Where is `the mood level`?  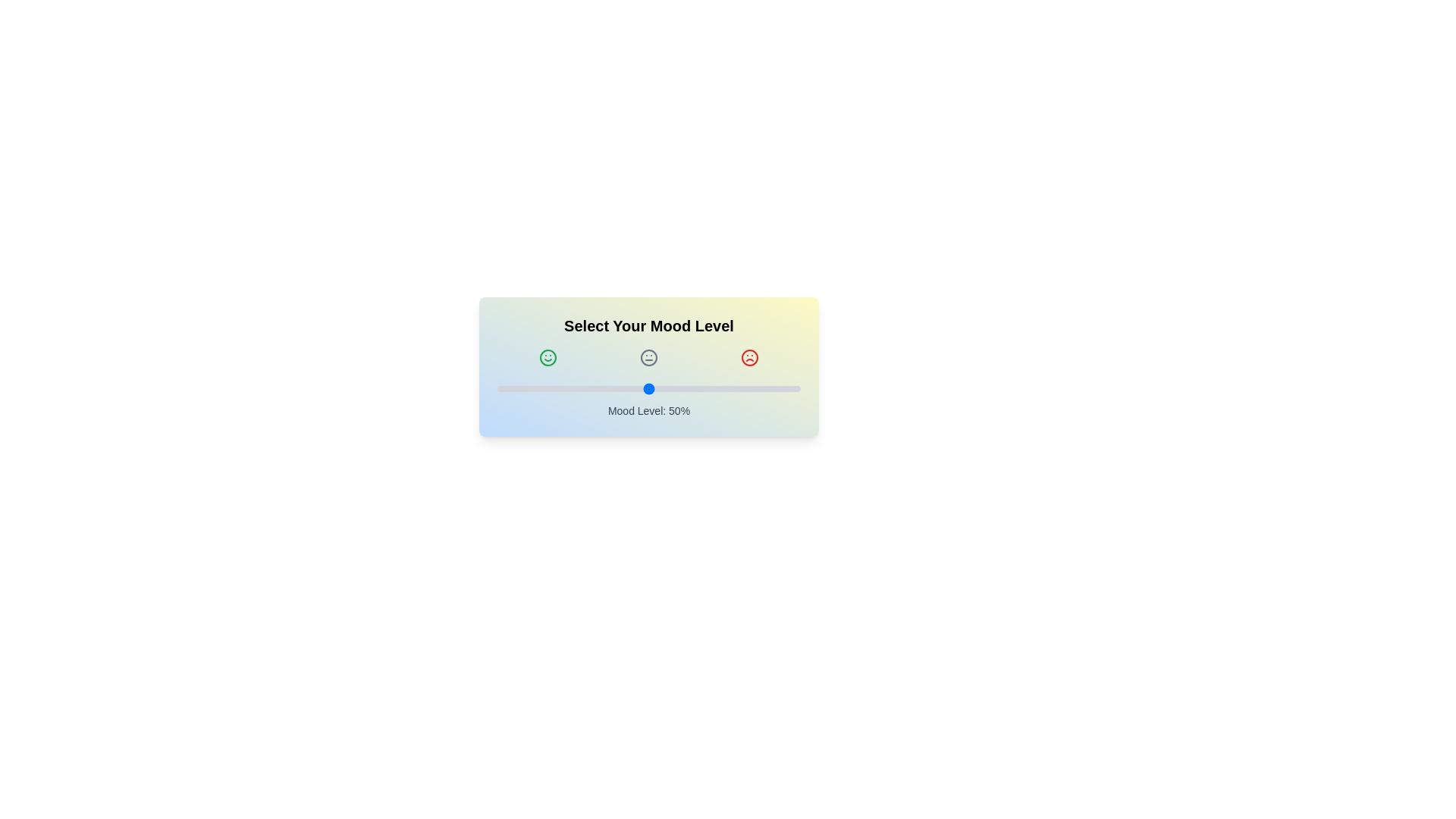
the mood level is located at coordinates (633, 388).